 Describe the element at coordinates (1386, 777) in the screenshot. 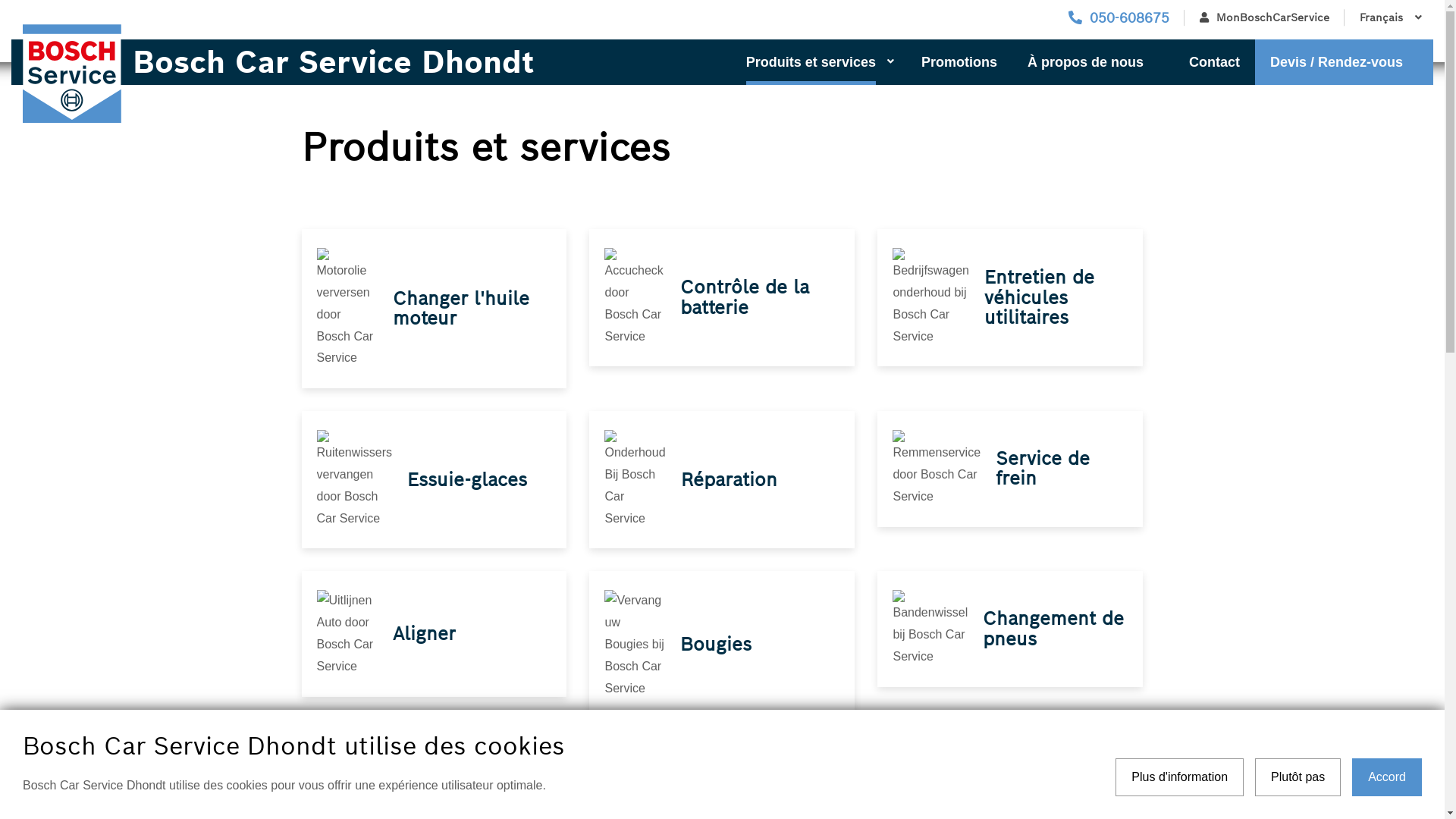

I see `'Accord'` at that location.